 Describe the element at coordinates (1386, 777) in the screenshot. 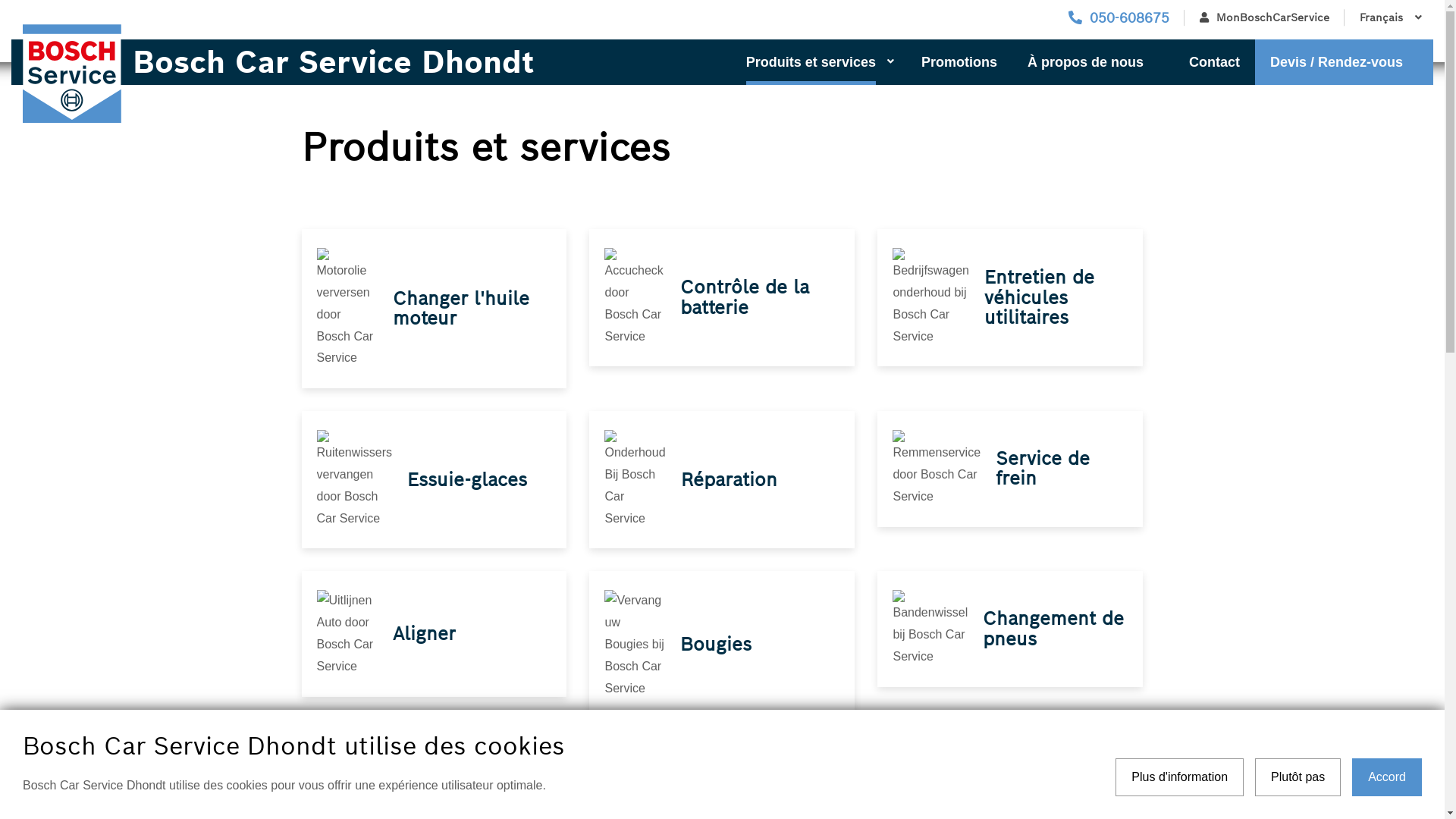

I see `'Accord'` at that location.